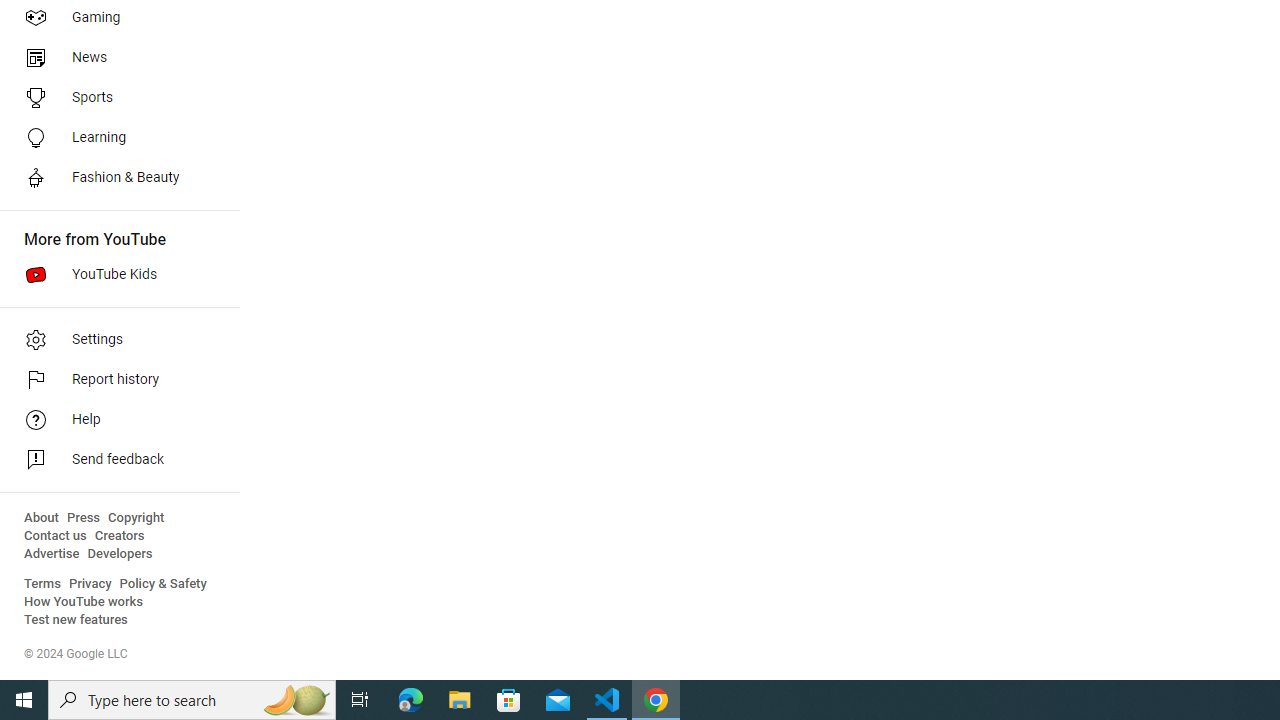 Image resolution: width=1280 pixels, height=720 pixels. What do you see at coordinates (118, 535) in the screenshot?
I see `'Creators'` at bounding box center [118, 535].